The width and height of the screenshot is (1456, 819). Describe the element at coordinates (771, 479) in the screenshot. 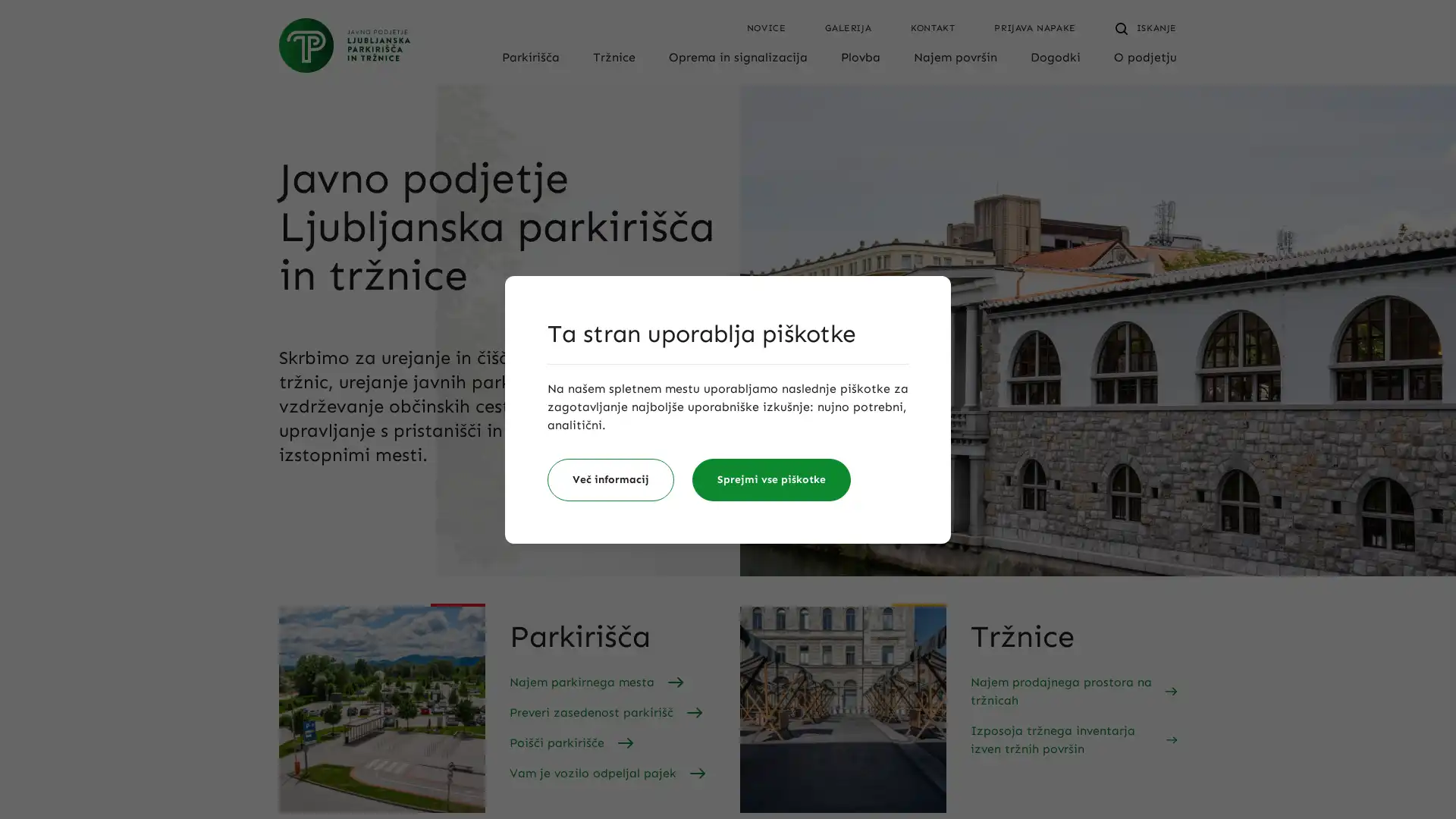

I see `Sprejmi vse piskotke` at that location.